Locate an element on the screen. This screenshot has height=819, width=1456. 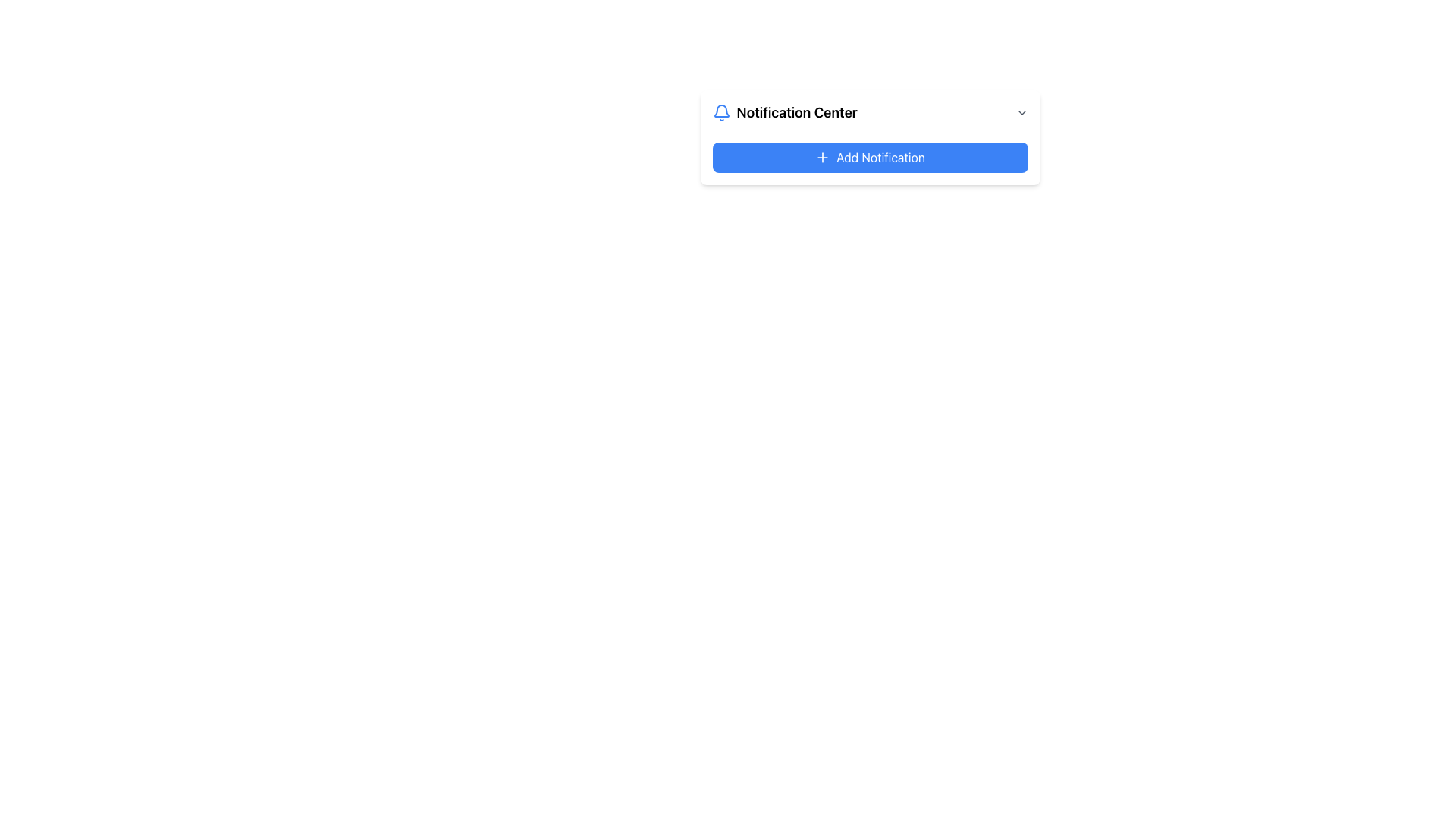
the blue 'Add Notification' button with rounded corners located at the bottom of the 'Notification Center' card to observe hover effects is located at coordinates (870, 158).